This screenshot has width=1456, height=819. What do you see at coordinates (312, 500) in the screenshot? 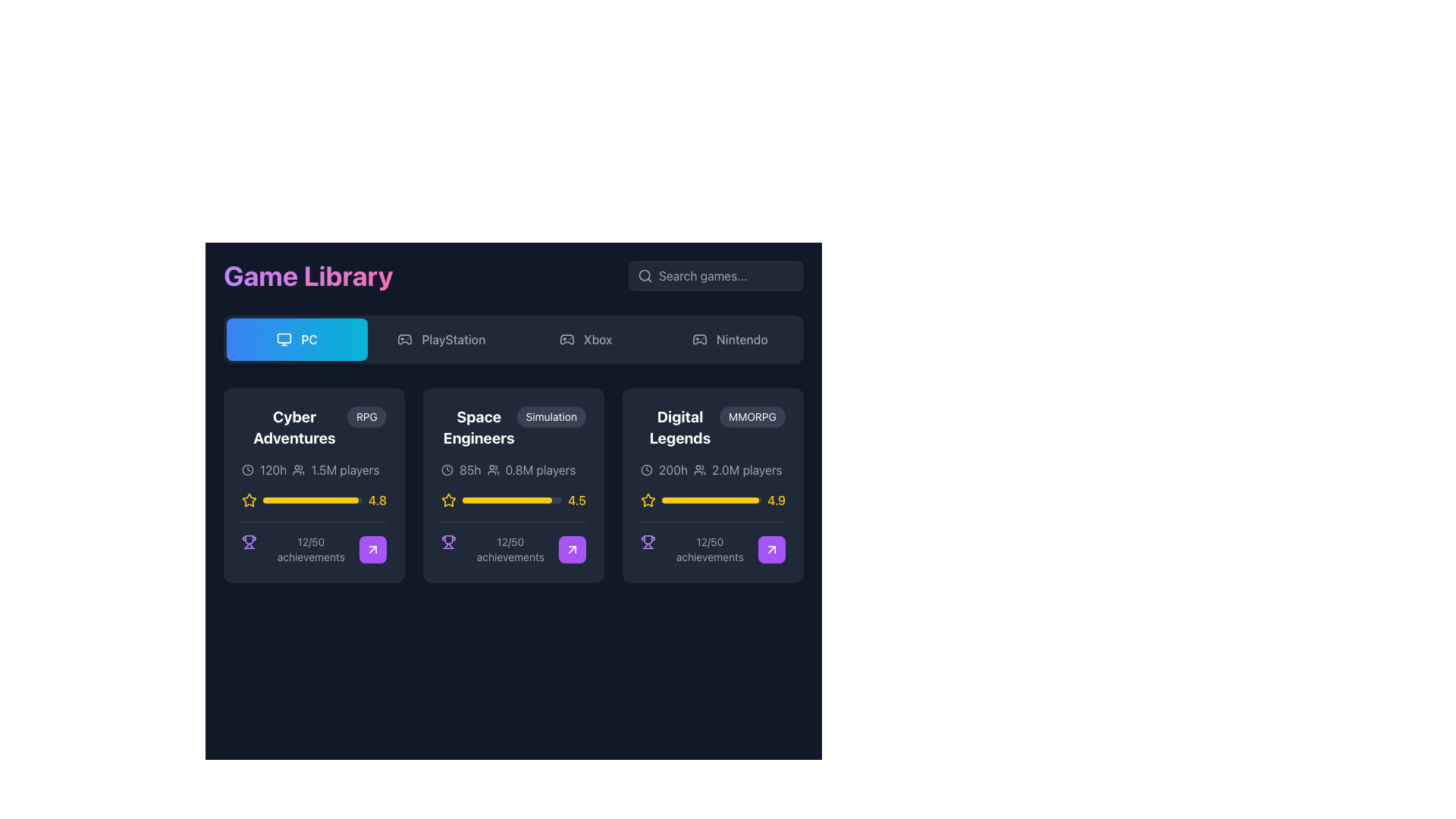
I see `the progress bar that is centrally positioned within a rating indicator group, located between a yellow star icon on the left and the text '4.8' on the right` at bounding box center [312, 500].